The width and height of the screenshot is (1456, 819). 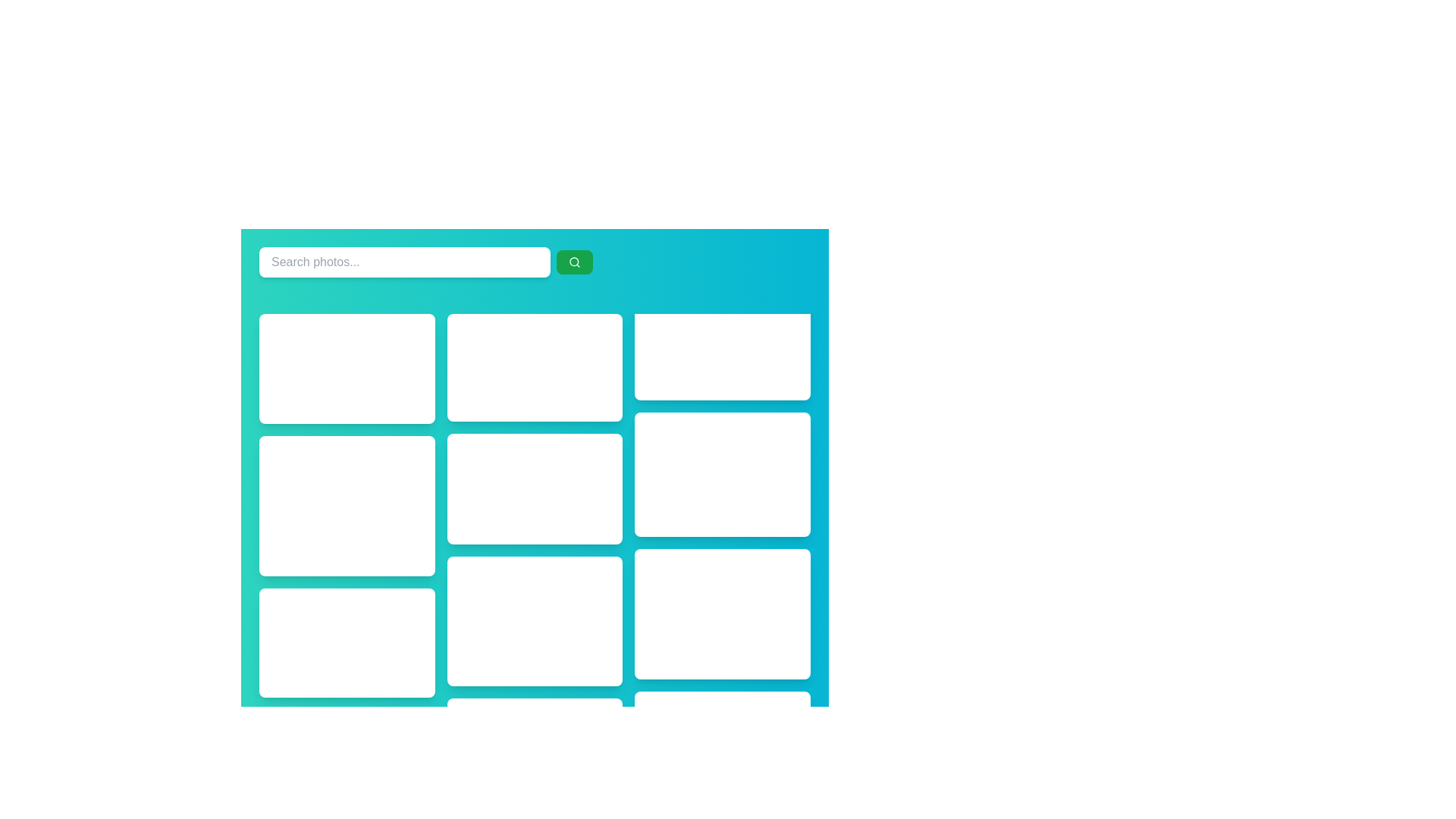 I want to click on the interactive card showcasing content related to 'Photo 6', which is the sixth item in a grid layout, located in the second row and second column, so click(x=535, y=488).